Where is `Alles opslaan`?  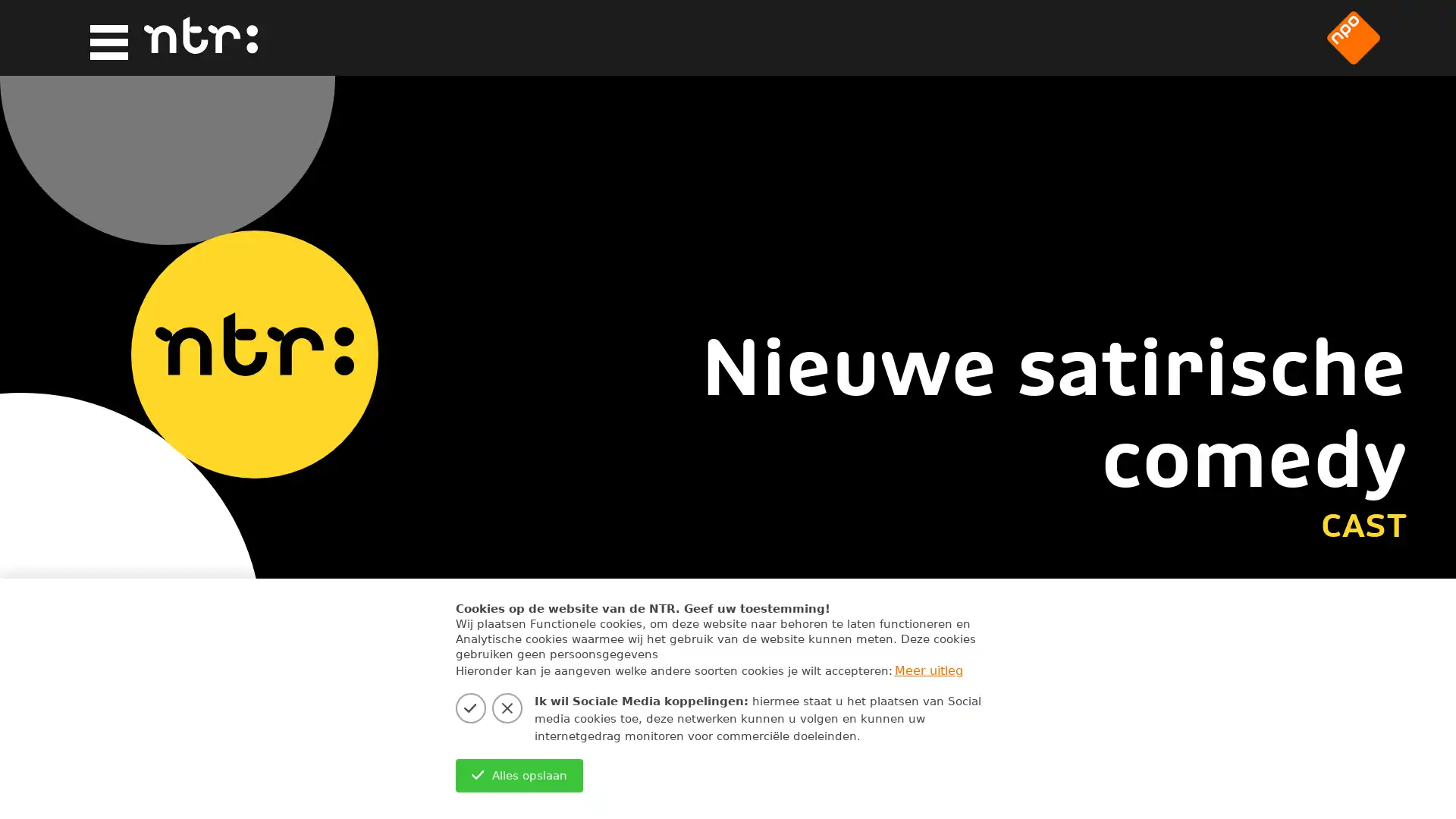
Alles opslaan is located at coordinates (519, 775).